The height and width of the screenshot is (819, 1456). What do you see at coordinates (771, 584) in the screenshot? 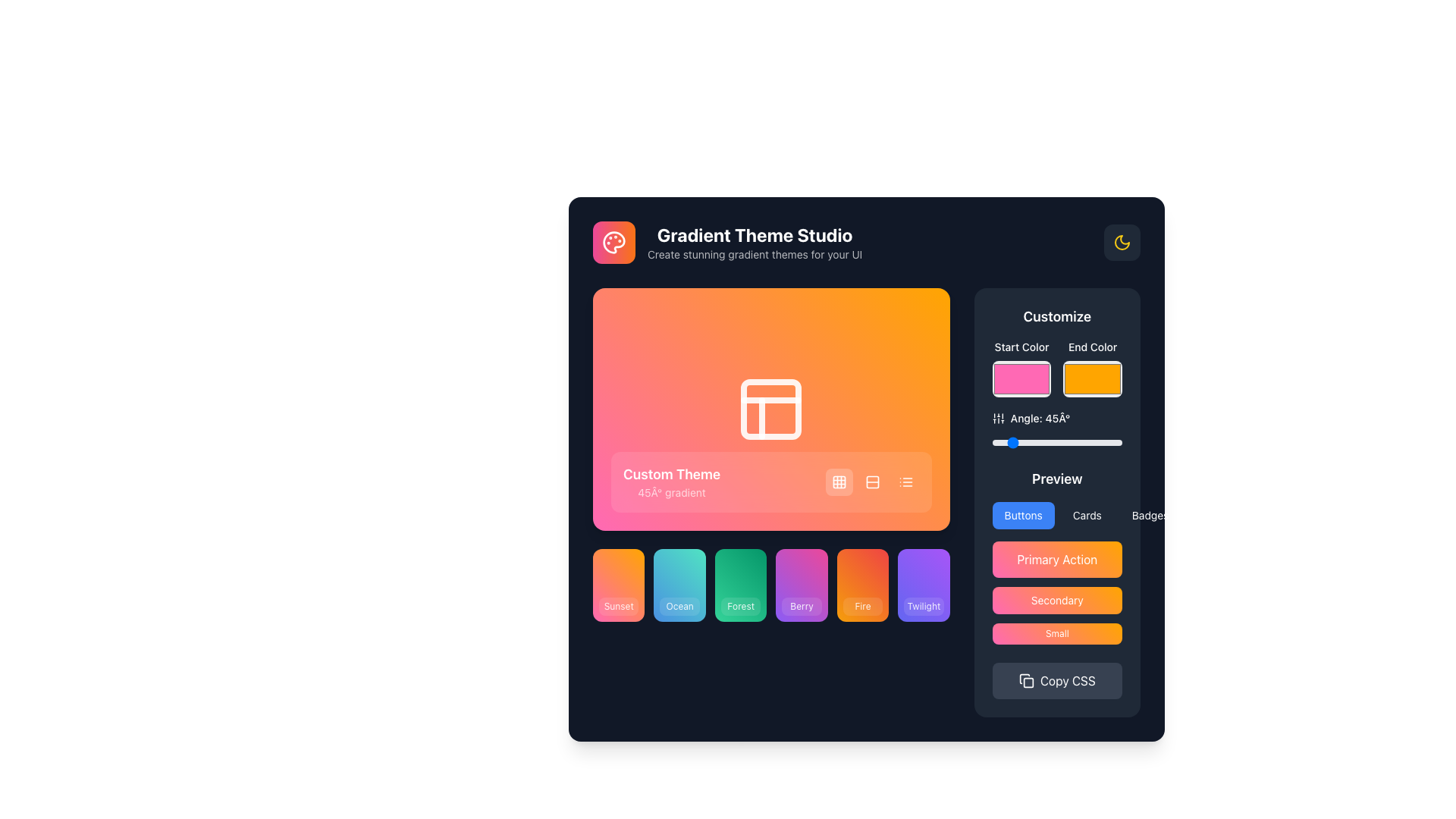
I see `the 'Forest' theme selection button, which is the third block from the left in a grid layout, located in the bottom section of the interface below a gradient preview area` at bounding box center [771, 584].